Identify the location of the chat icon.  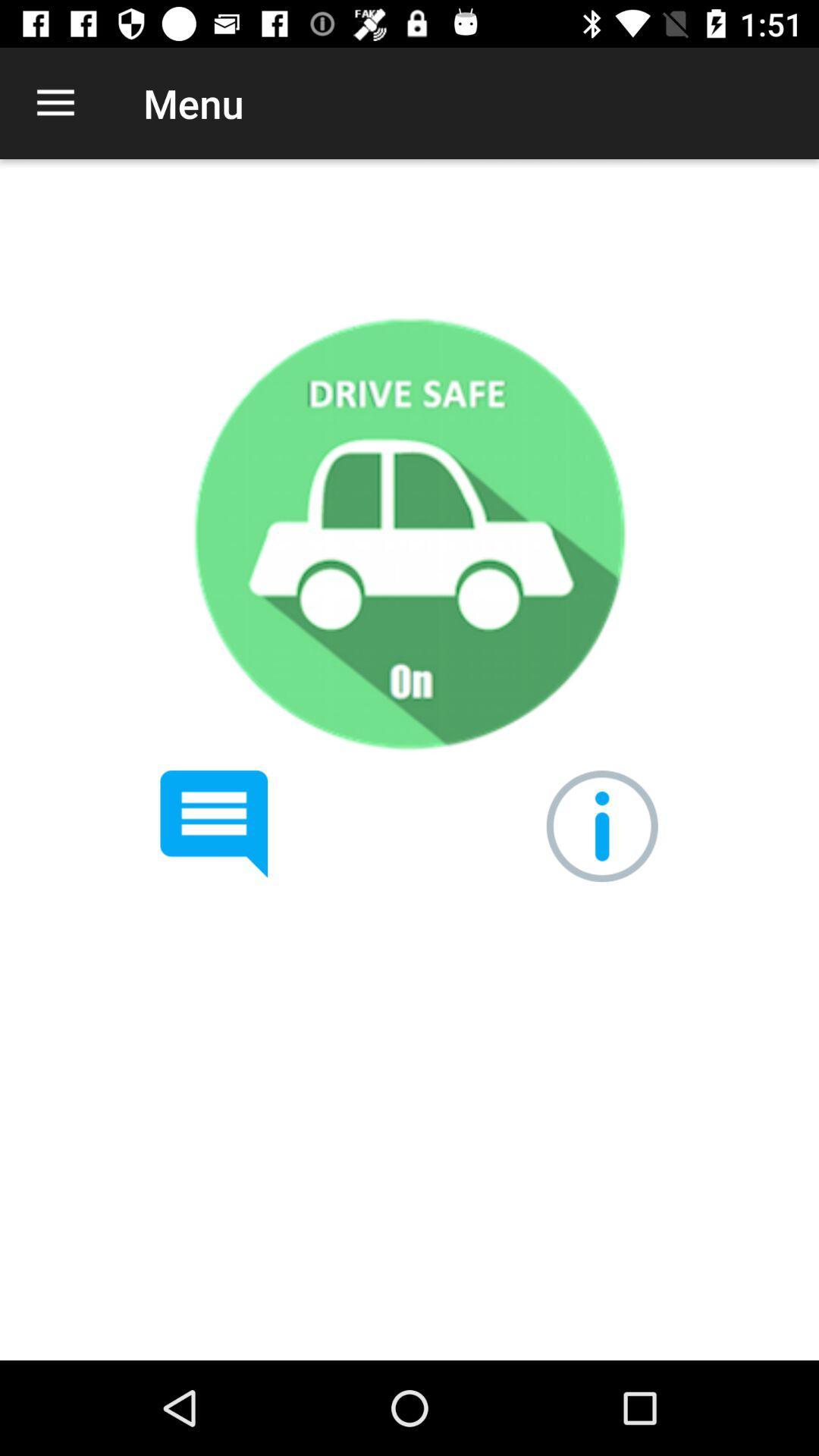
(214, 824).